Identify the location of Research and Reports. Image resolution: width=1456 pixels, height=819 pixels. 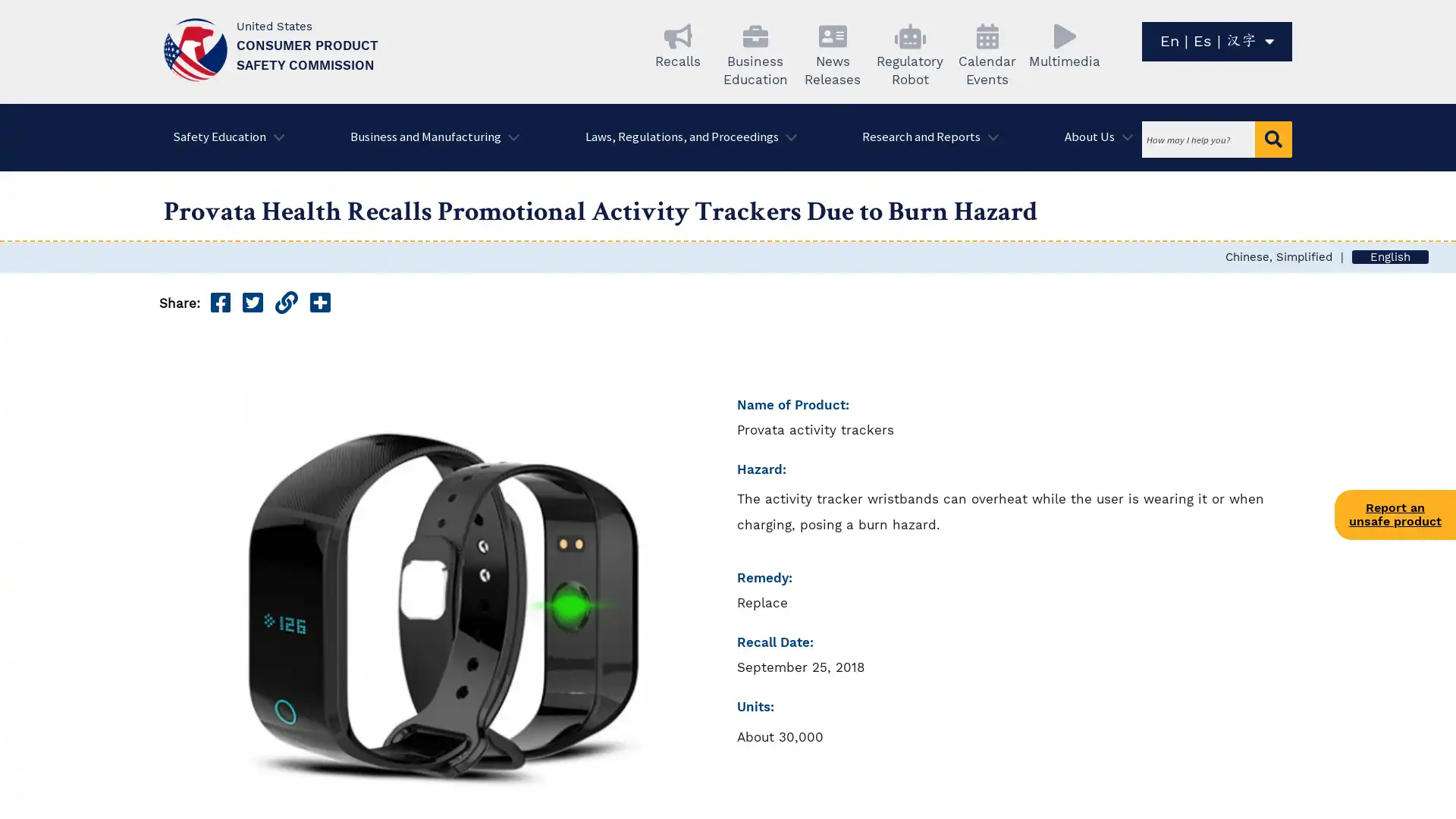
(924, 137).